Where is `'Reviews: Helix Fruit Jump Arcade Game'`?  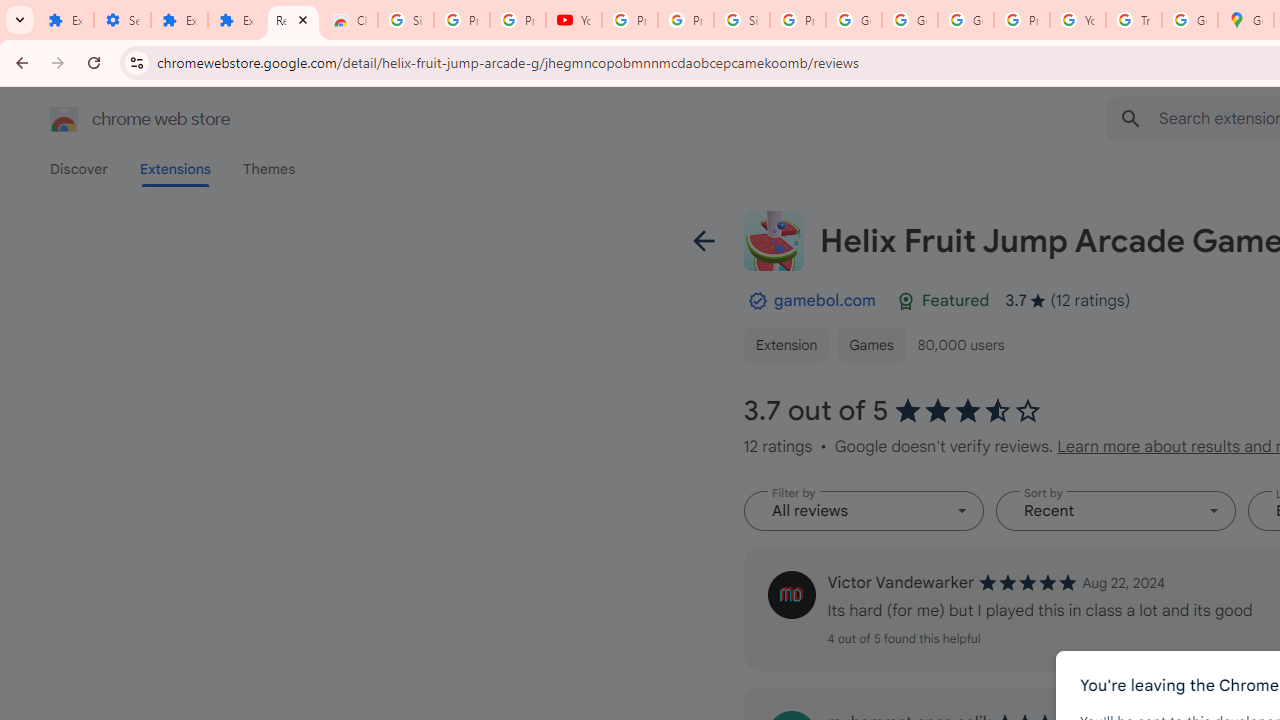 'Reviews: Helix Fruit Jump Arcade Game' is located at coordinates (292, 20).